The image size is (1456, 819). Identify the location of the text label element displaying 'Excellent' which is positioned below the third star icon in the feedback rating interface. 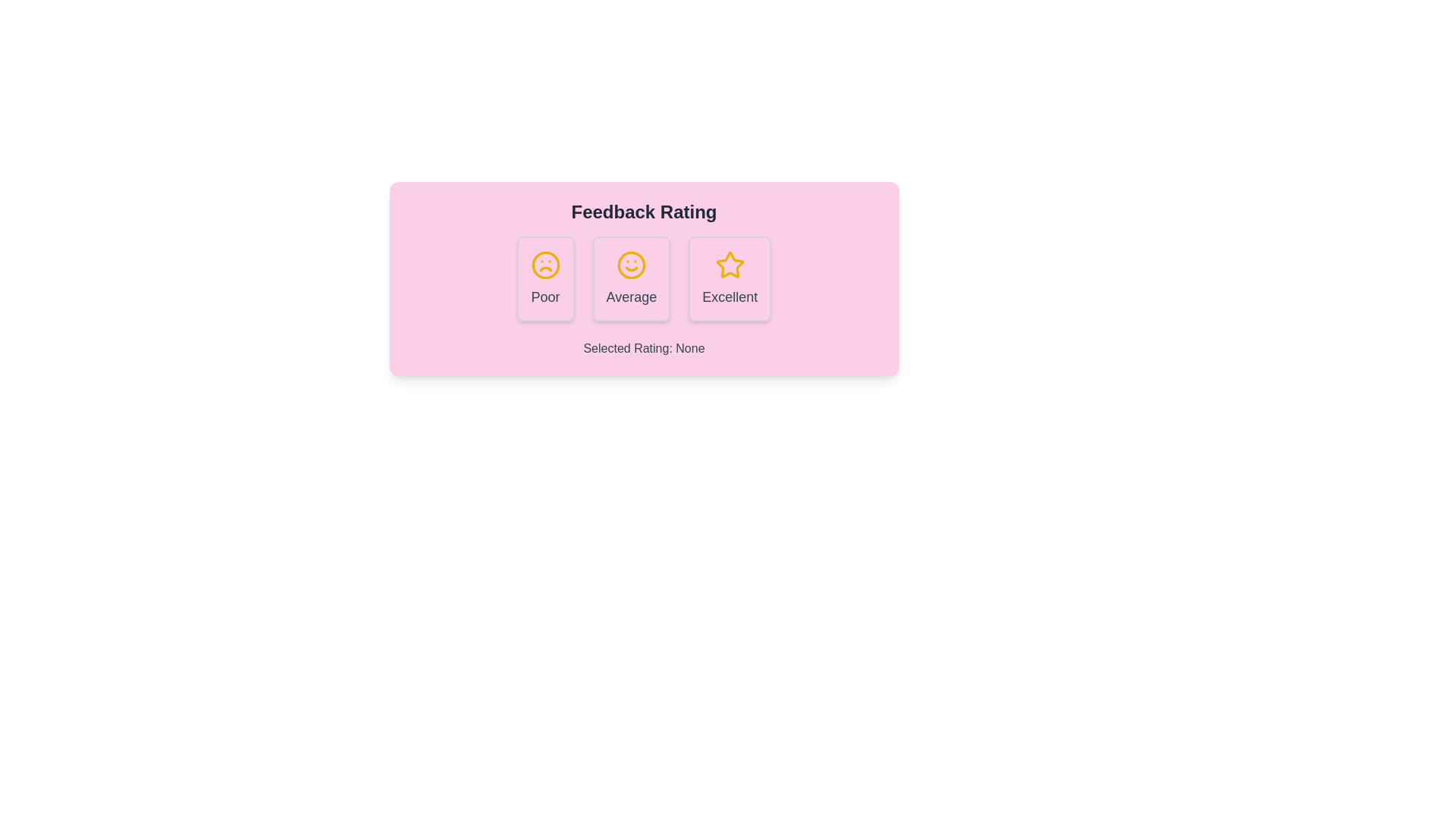
(730, 297).